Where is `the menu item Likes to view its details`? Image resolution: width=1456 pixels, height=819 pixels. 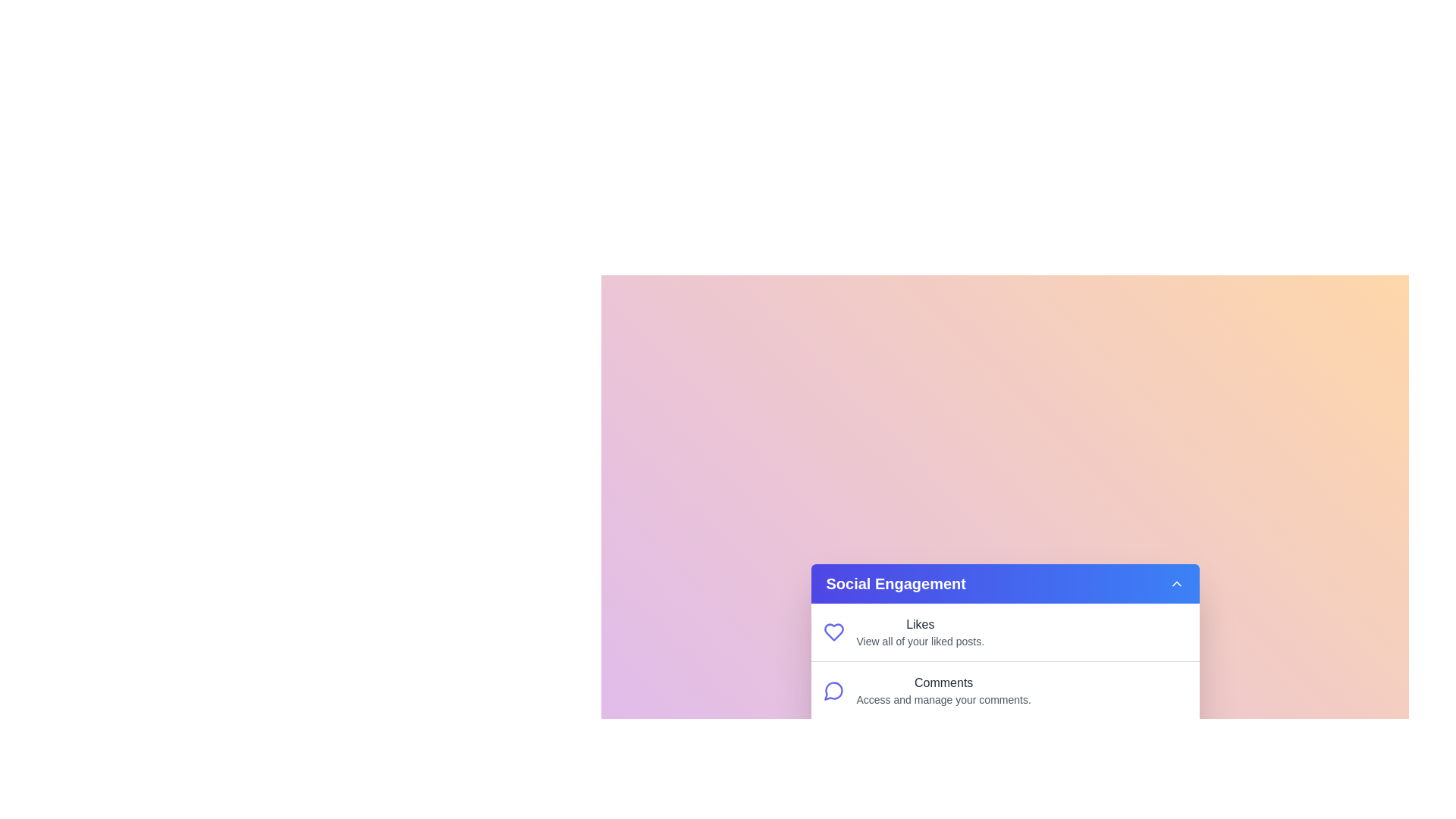
the menu item Likes to view its details is located at coordinates (919, 632).